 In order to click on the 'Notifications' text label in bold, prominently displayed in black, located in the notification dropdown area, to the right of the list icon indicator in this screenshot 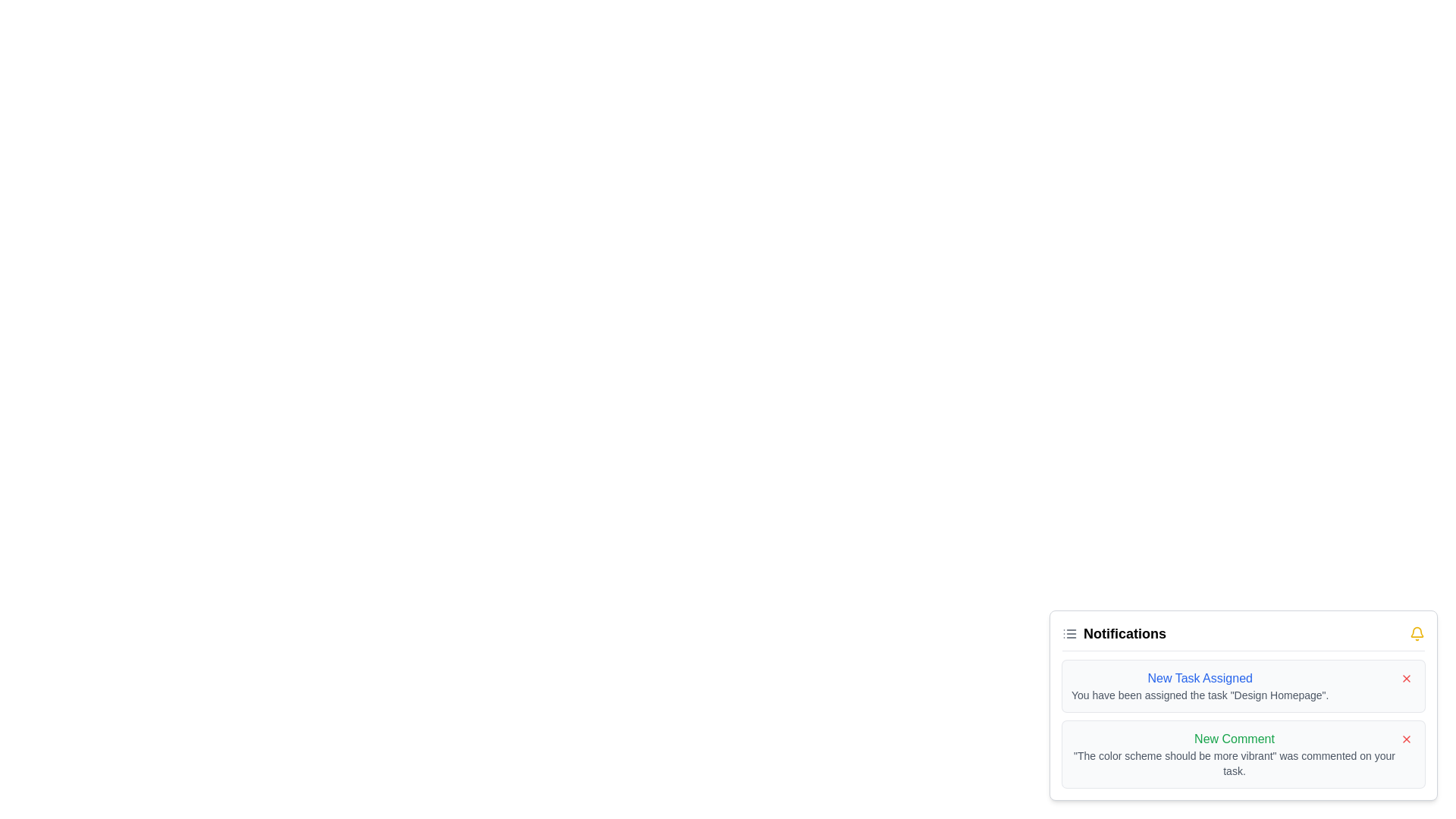, I will do `click(1125, 634)`.